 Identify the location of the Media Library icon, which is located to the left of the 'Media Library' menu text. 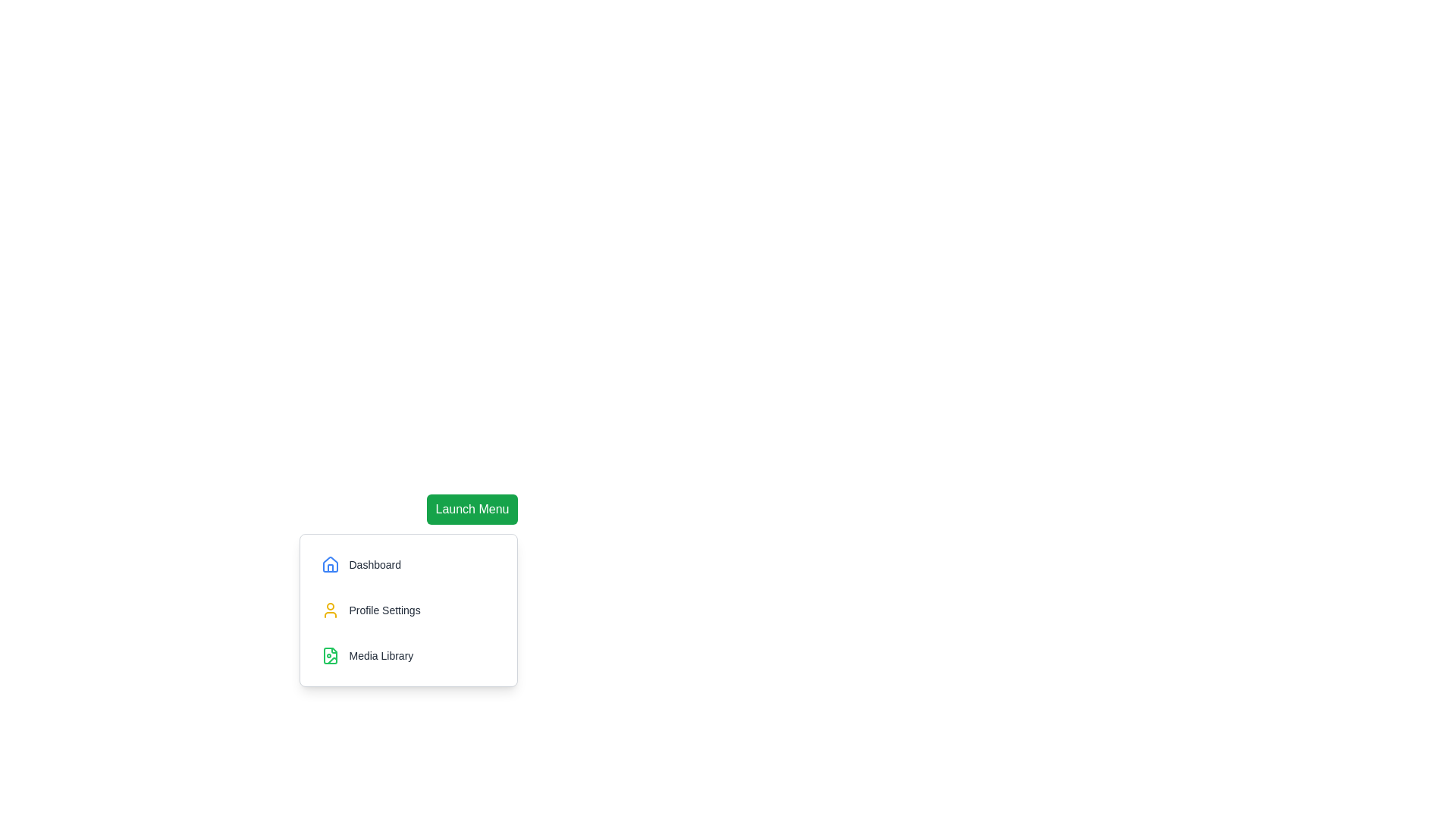
(330, 654).